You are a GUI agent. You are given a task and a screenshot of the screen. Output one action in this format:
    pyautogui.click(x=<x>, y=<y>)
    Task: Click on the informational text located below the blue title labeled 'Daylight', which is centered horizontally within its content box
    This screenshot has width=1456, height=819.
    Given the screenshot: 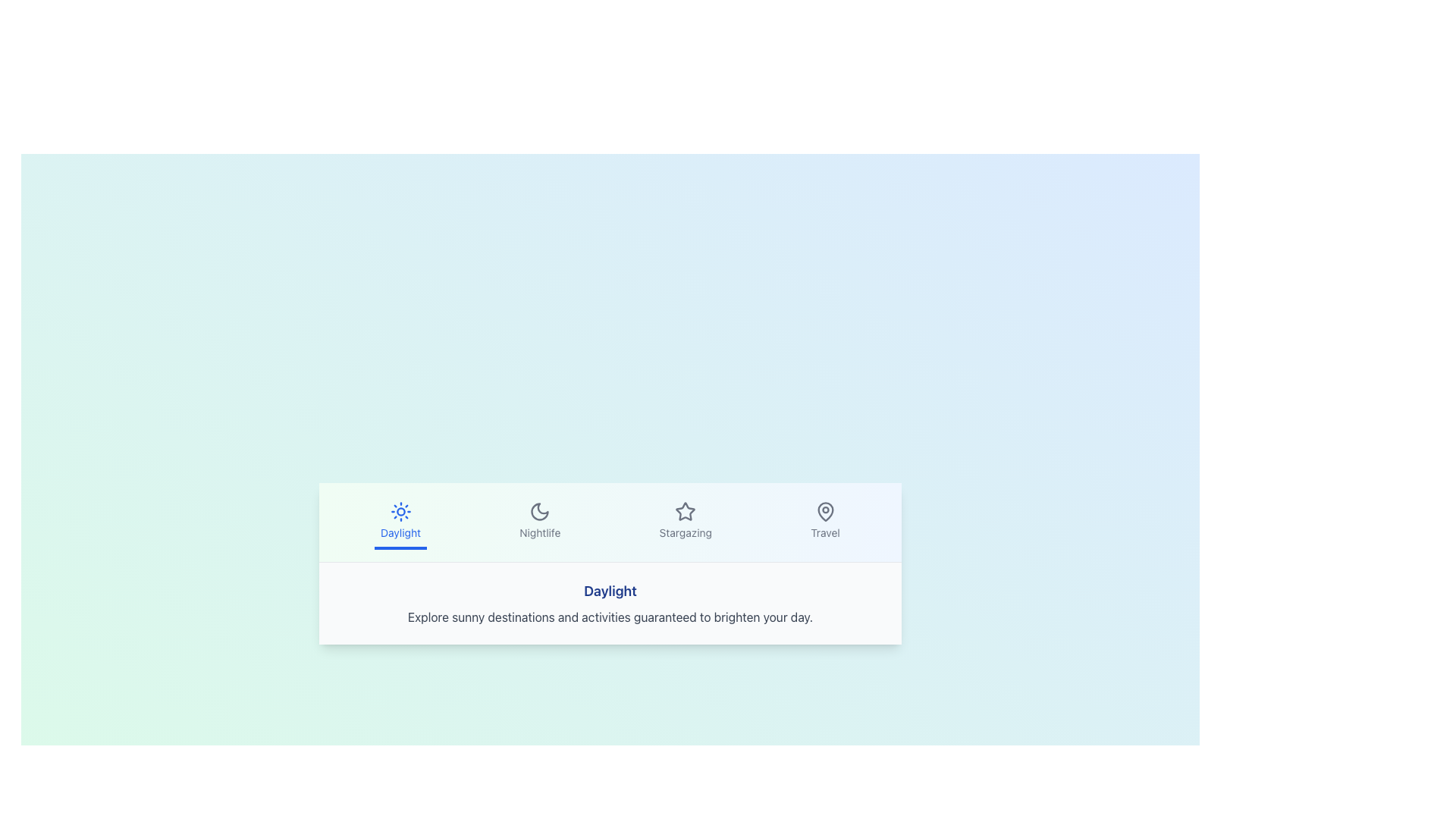 What is the action you would take?
    pyautogui.click(x=610, y=617)
    